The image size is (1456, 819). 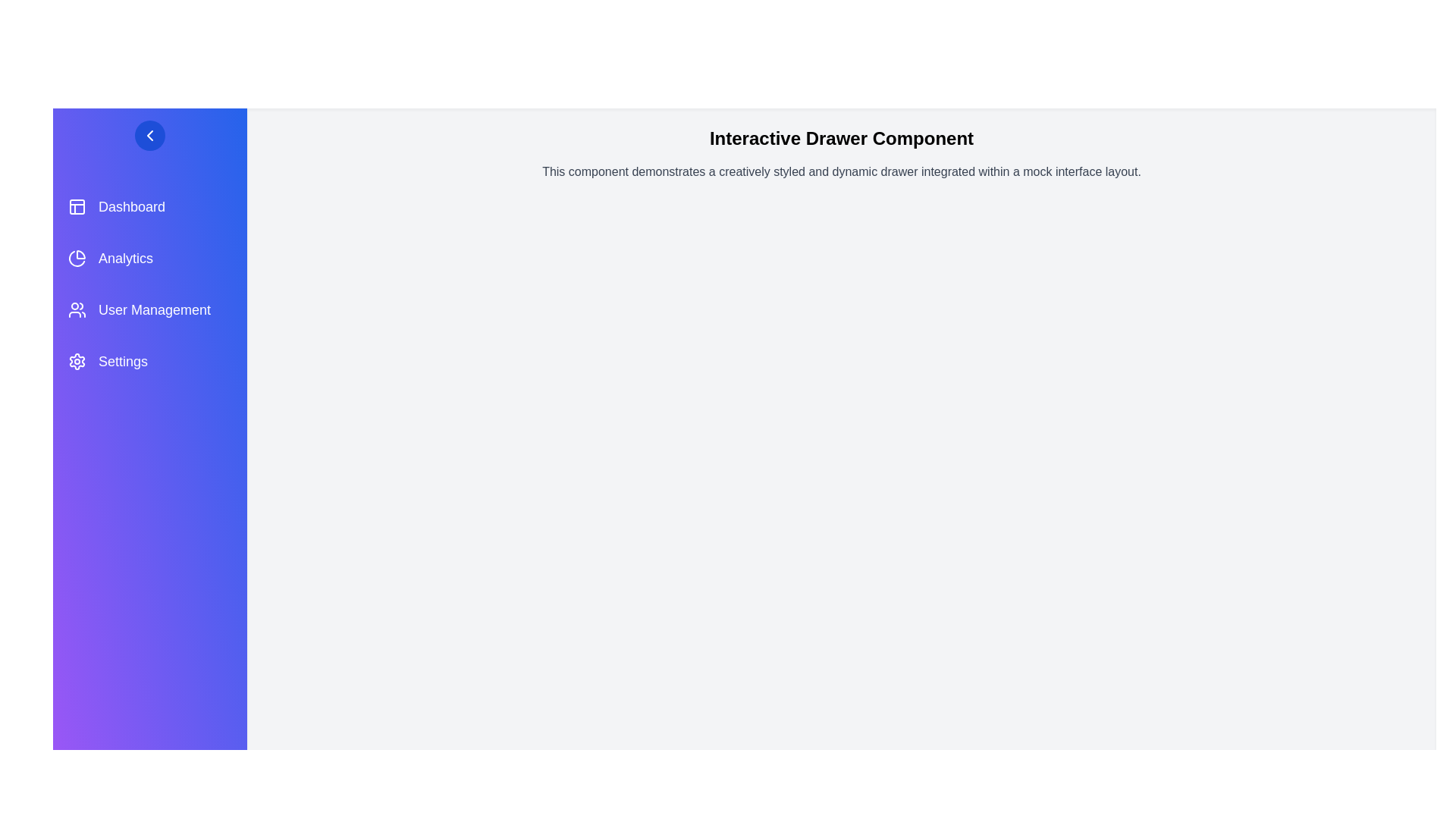 What do you see at coordinates (149, 134) in the screenshot?
I see `the expand/collapse button to toggle the drawer visibility` at bounding box center [149, 134].